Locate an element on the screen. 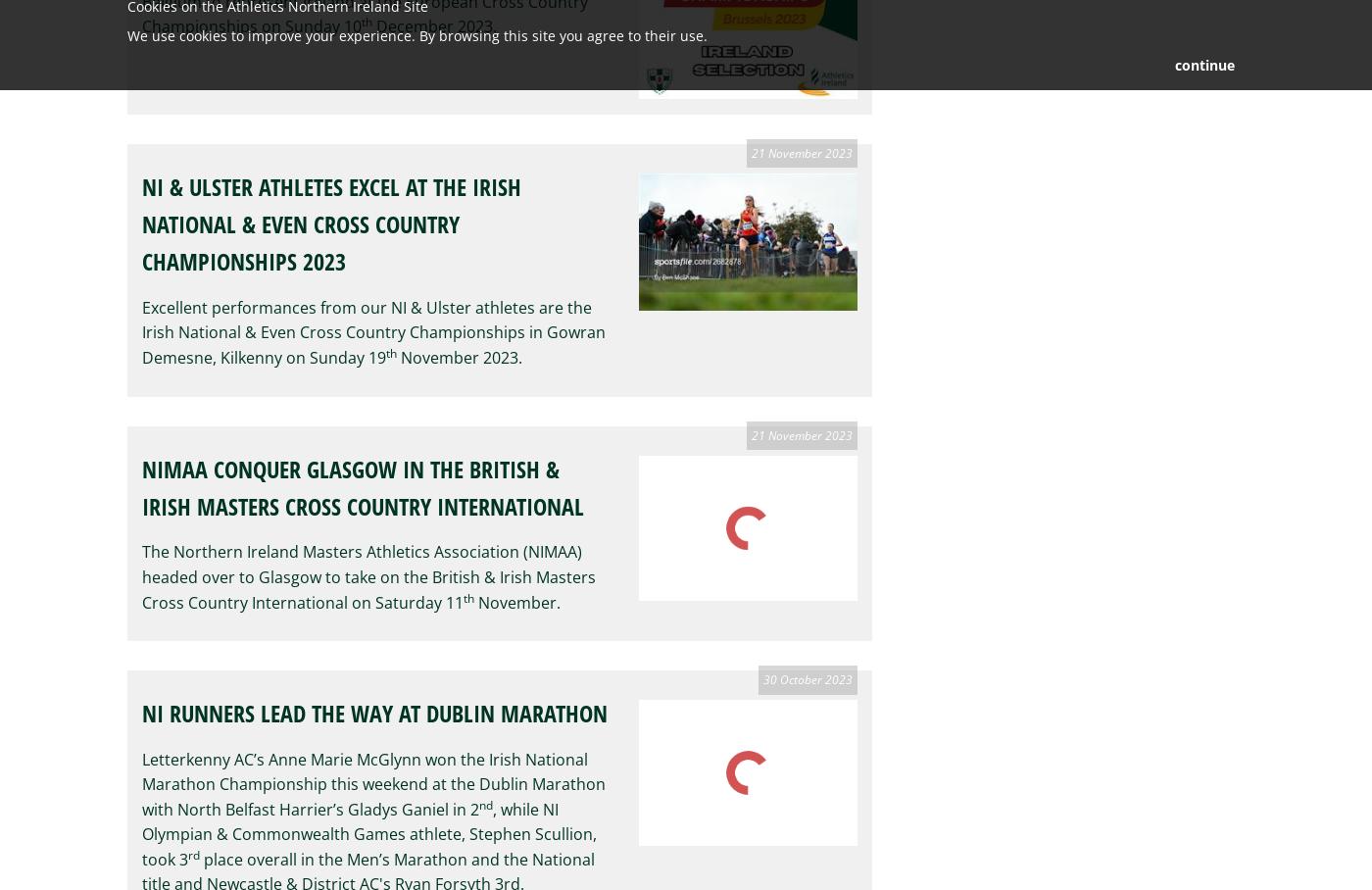  'December 2023.' is located at coordinates (434, 25).